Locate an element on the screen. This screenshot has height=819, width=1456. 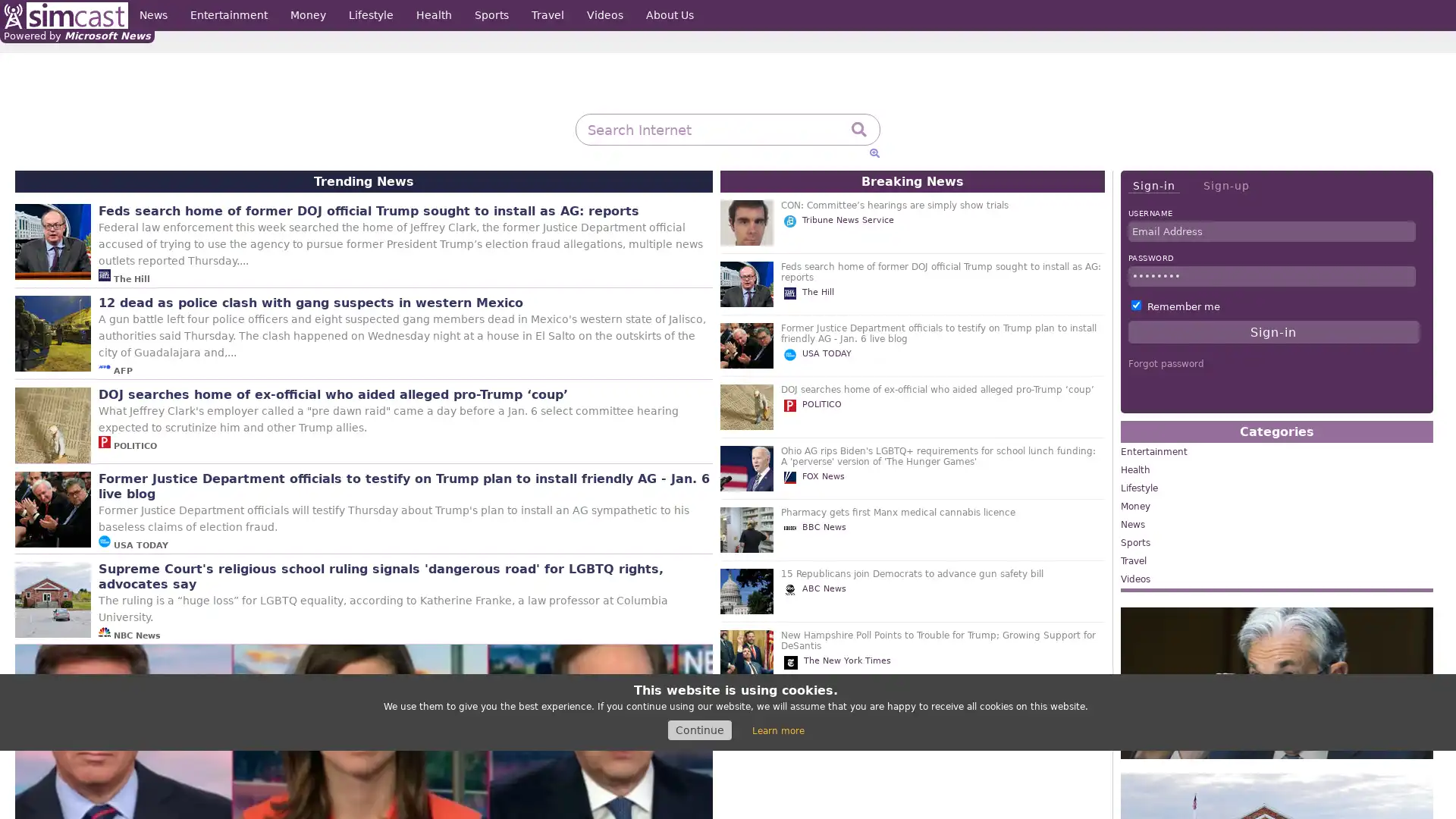
Sign-in is located at coordinates (1153, 185).